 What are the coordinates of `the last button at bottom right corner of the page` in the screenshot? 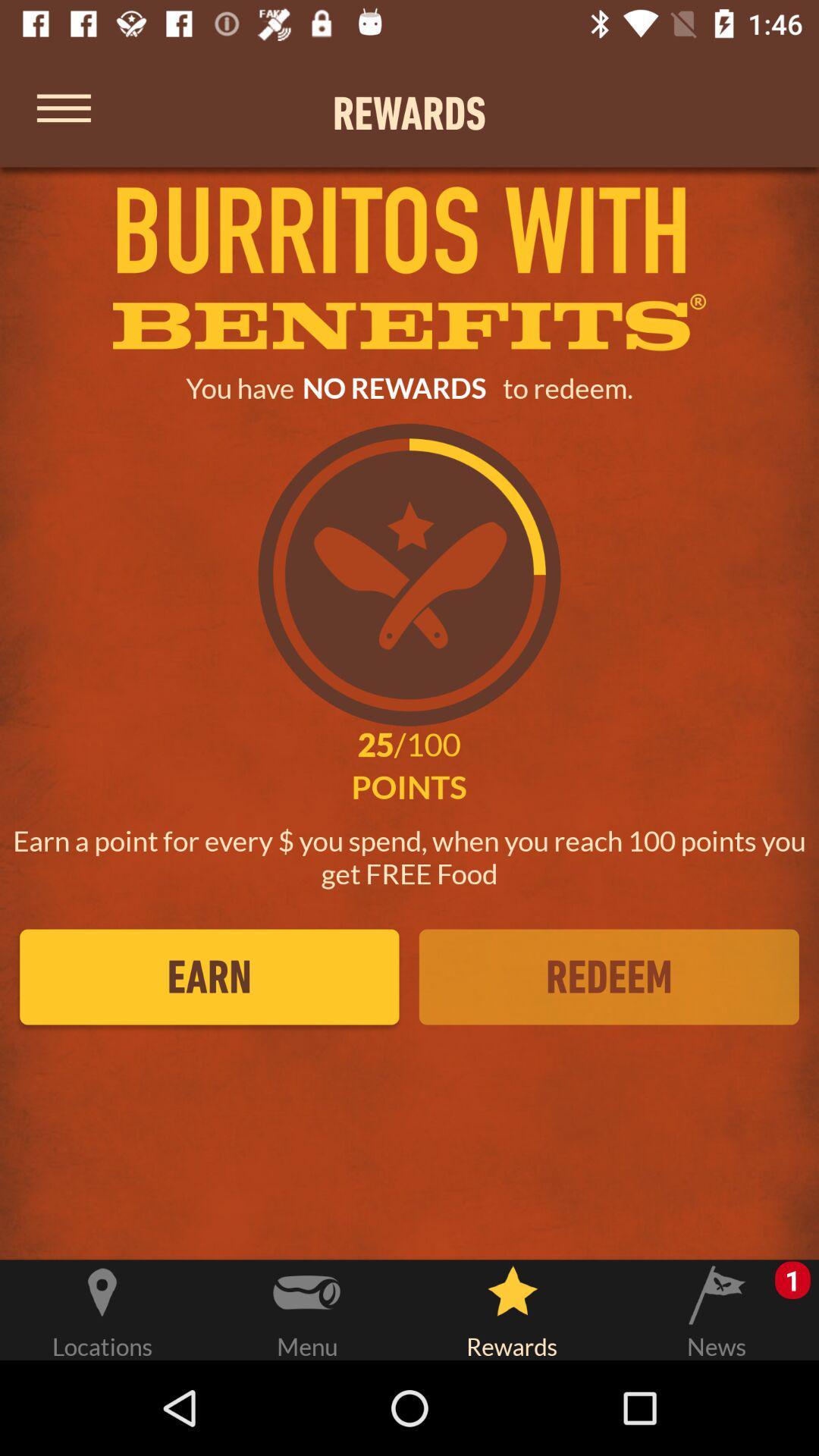 It's located at (717, 1307).